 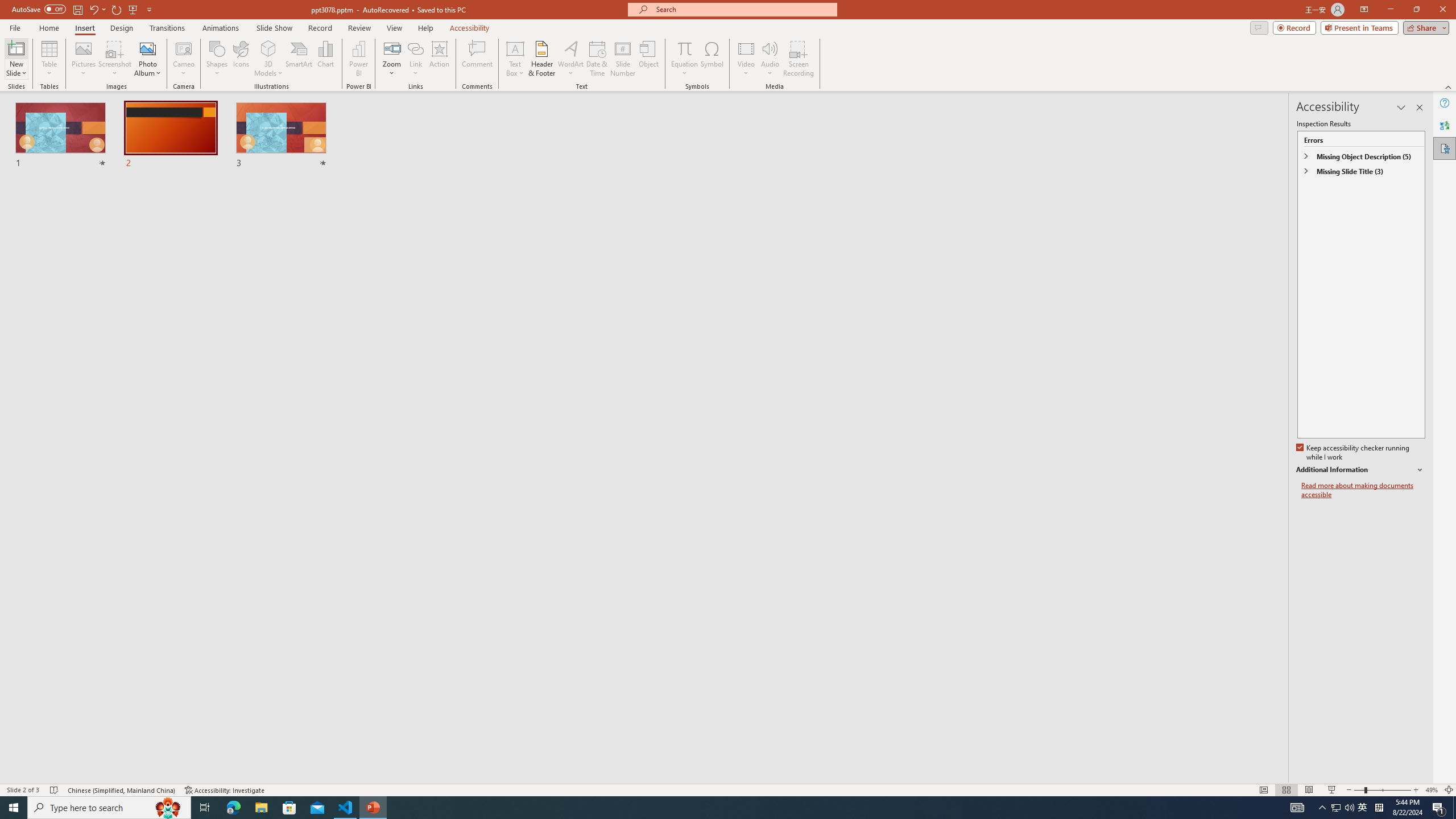 What do you see at coordinates (1431, 790) in the screenshot?
I see `'Zoom 49%'` at bounding box center [1431, 790].